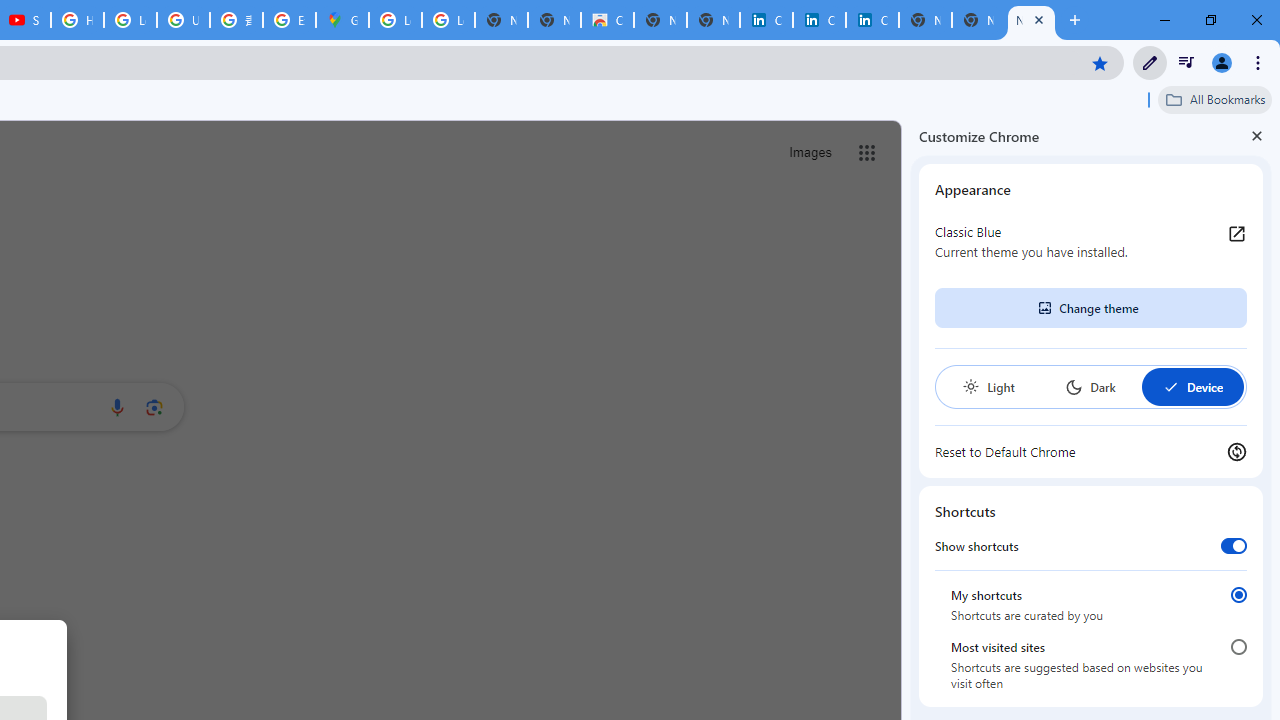 This screenshot has height=720, width=1280. I want to click on 'How Chrome protects your passwords - Google Chrome Help', so click(77, 20).